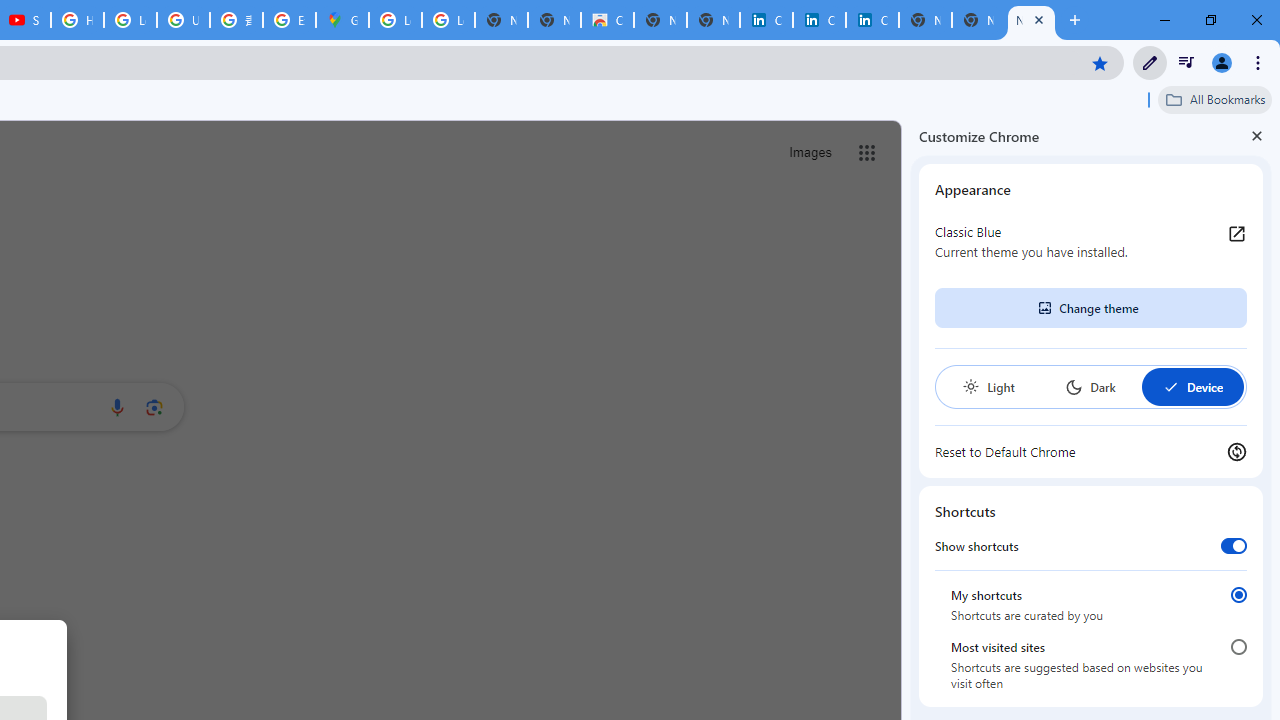 This screenshot has height=720, width=1280. I want to click on 'How Chrome protects your passwords - Google Chrome Help', so click(77, 20).